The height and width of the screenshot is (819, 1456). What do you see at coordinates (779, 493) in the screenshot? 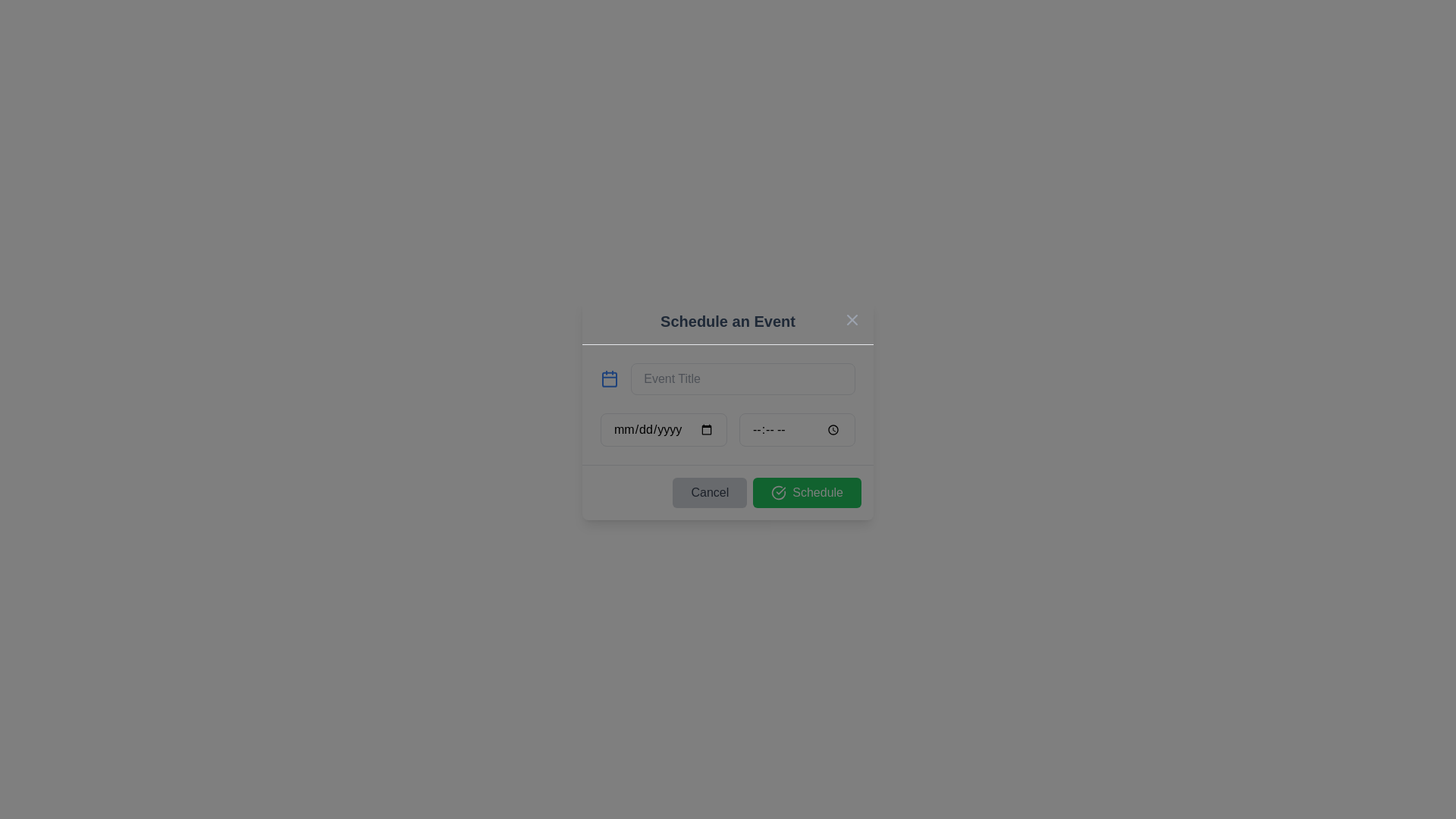
I see `the circular icon with a checkmark inside, which is located to the left of the 'Schedule' text within the 'Schedule' button` at bounding box center [779, 493].